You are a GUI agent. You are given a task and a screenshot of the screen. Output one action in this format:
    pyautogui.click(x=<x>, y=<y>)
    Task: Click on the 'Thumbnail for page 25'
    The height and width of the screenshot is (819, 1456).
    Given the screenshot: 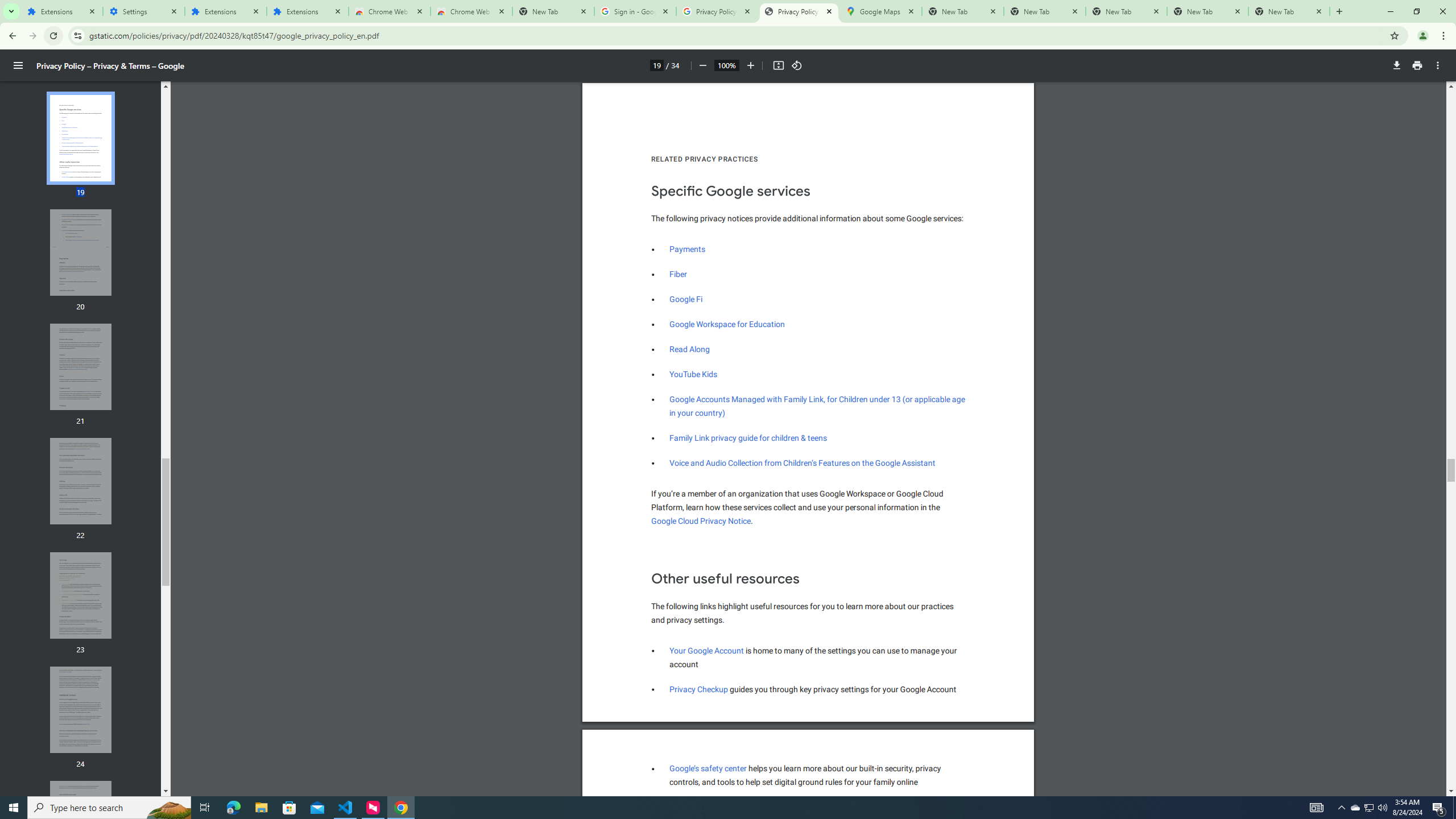 What is the action you would take?
    pyautogui.click(x=81, y=819)
    